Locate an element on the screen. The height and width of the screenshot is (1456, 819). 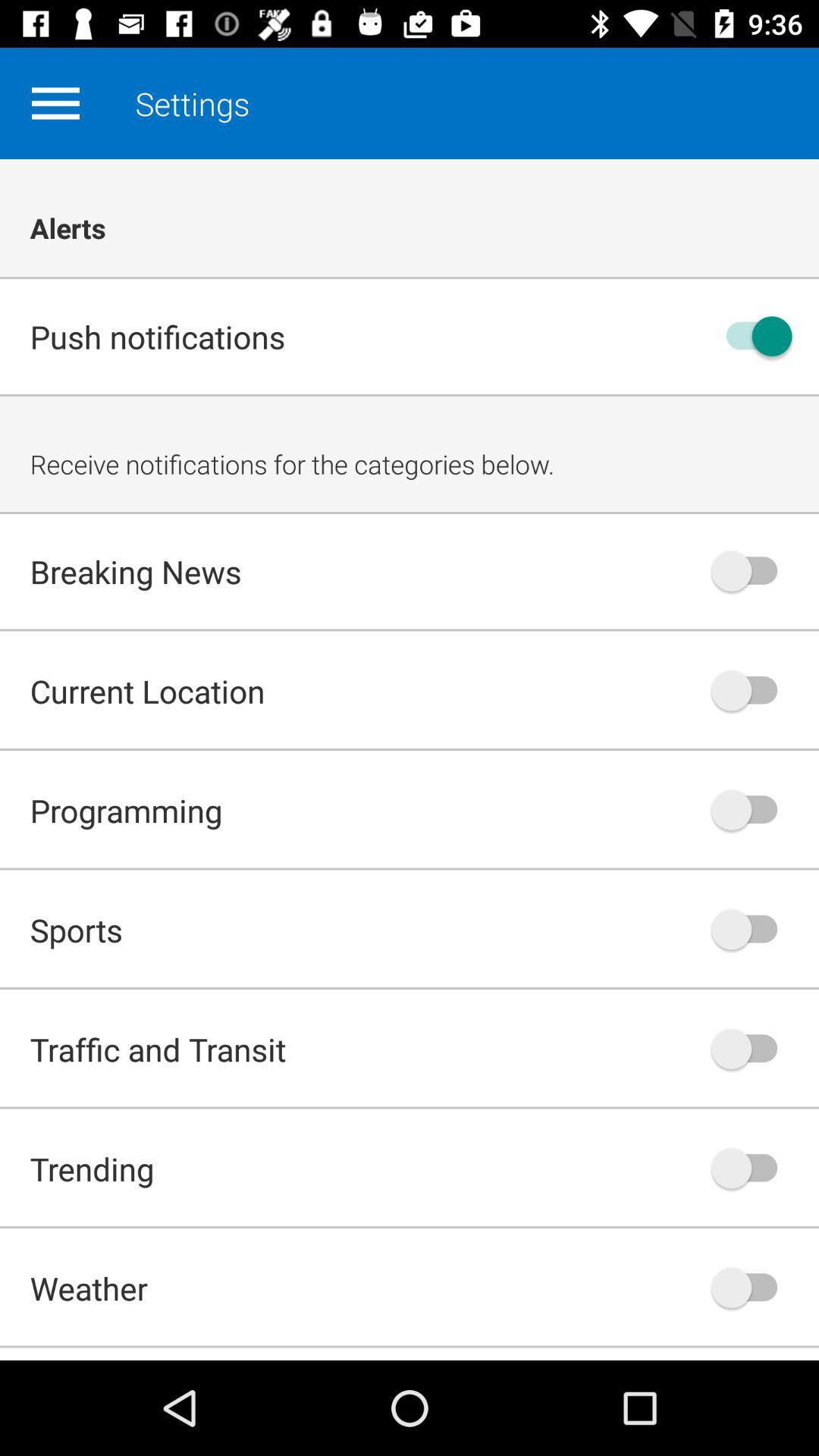
turn on trending notifications is located at coordinates (752, 1167).